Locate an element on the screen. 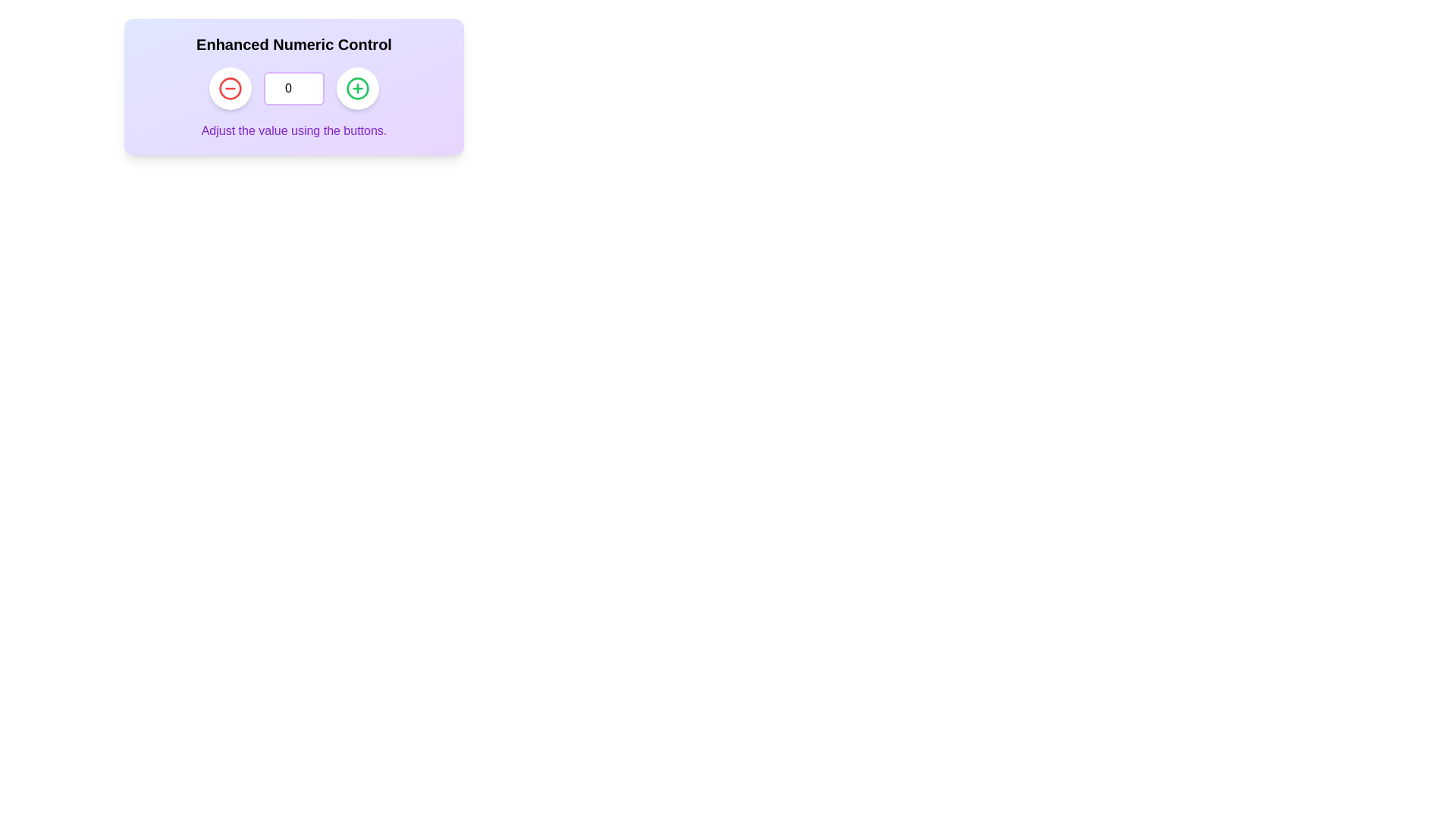 Image resolution: width=1456 pixels, height=819 pixels. the numeric input box of the 'Enhanced Numeric Control' interface to edit the number is located at coordinates (294, 87).